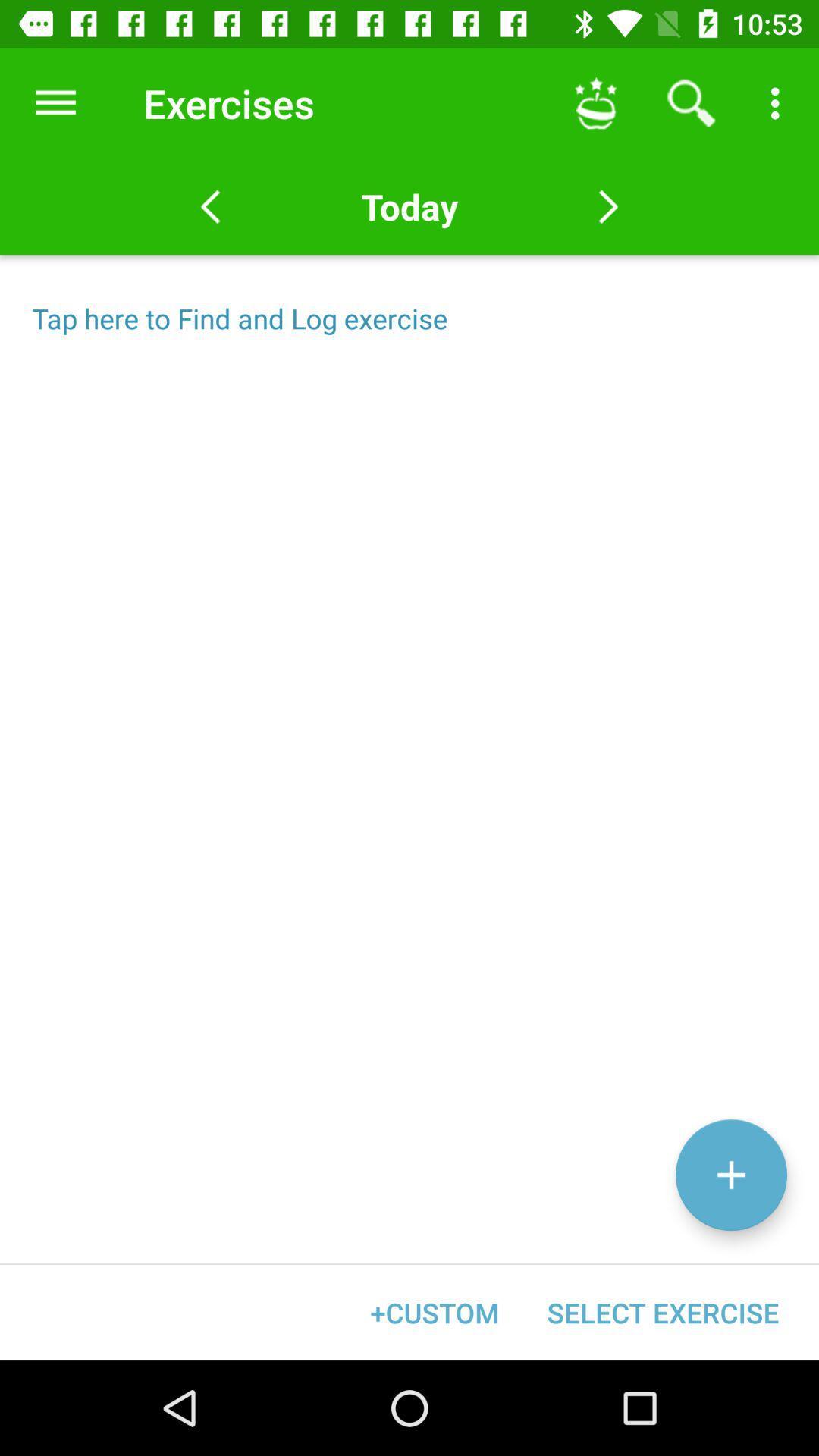 This screenshot has width=819, height=1456. What do you see at coordinates (662, 1312) in the screenshot?
I see `icon next to the +custom item` at bounding box center [662, 1312].